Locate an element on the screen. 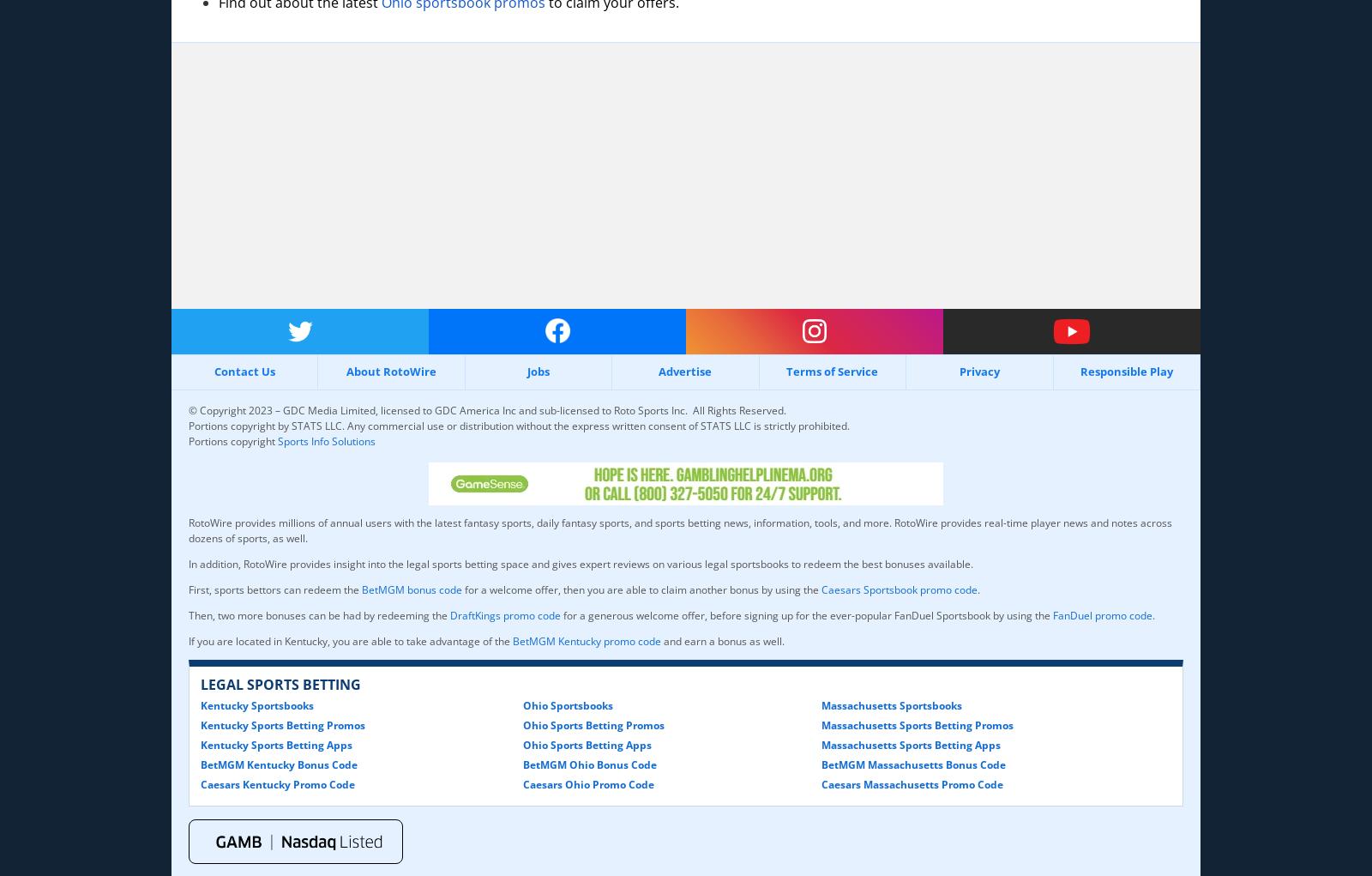 The image size is (1372, 876). 'Caesars Massachusetts Promo Code' is located at coordinates (821, 783).